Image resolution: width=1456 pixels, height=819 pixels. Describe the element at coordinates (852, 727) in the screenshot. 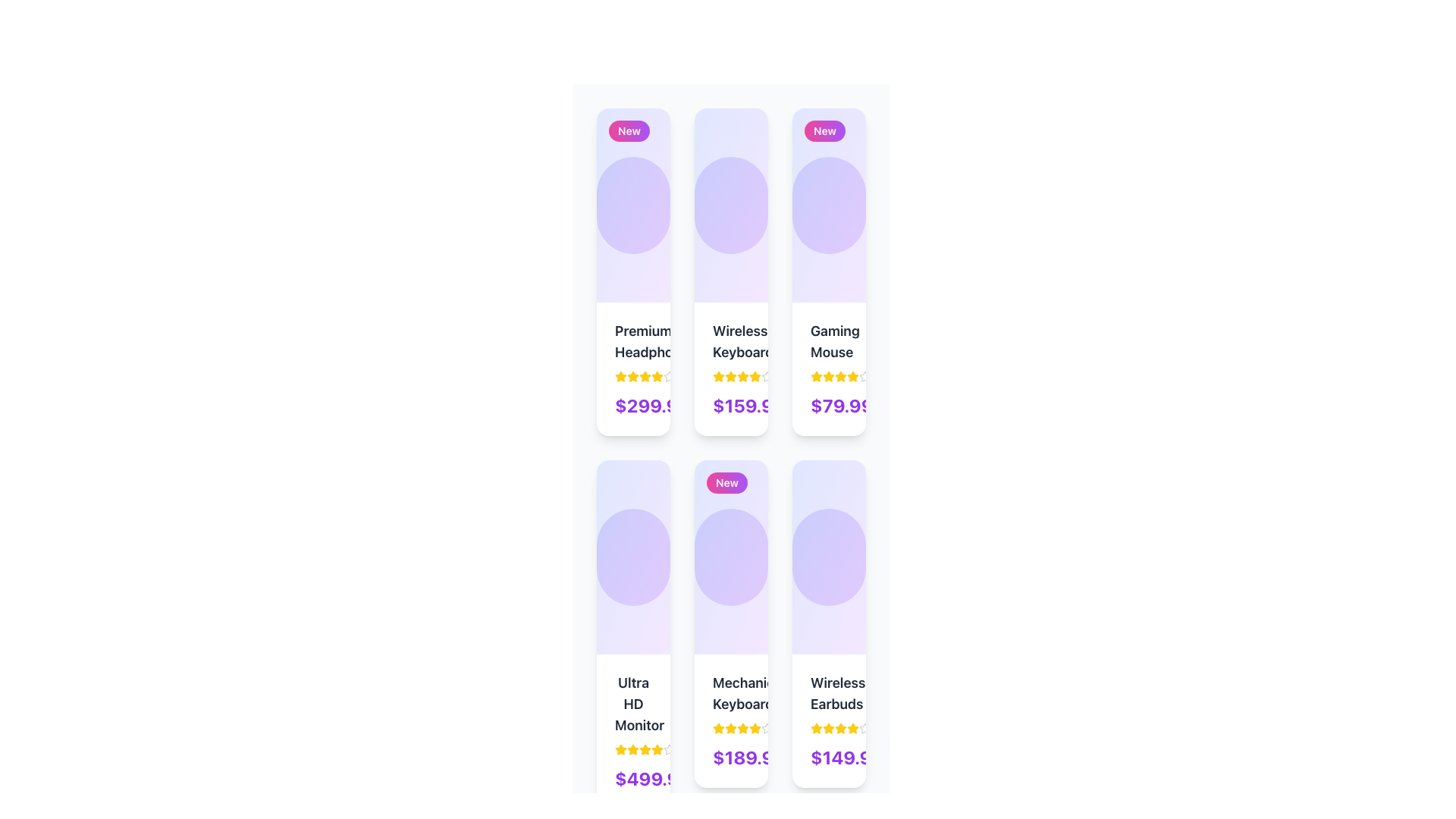

I see `the fourth star icon` at that location.